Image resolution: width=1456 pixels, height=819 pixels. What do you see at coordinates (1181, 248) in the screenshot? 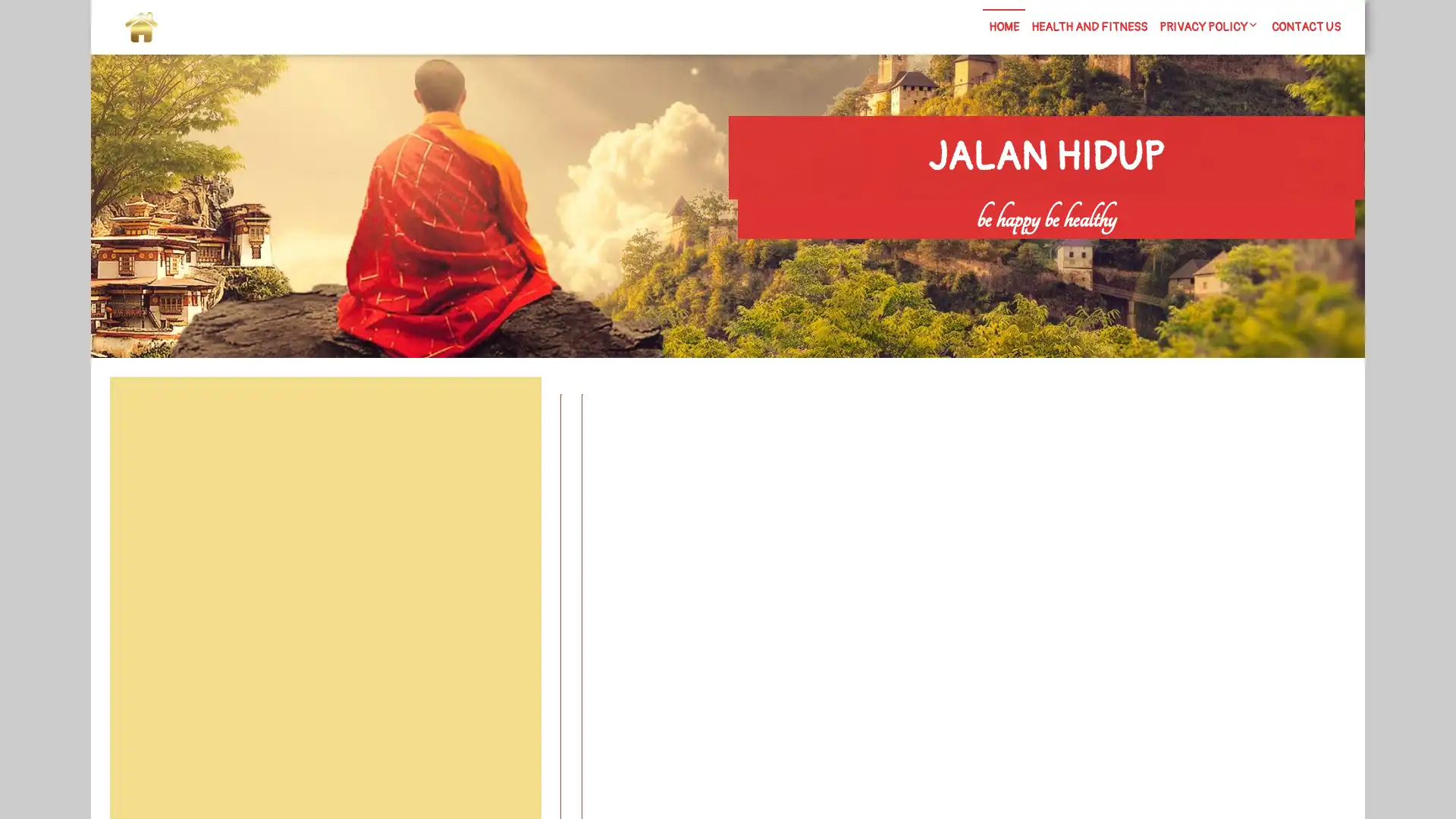
I see `Search` at bounding box center [1181, 248].